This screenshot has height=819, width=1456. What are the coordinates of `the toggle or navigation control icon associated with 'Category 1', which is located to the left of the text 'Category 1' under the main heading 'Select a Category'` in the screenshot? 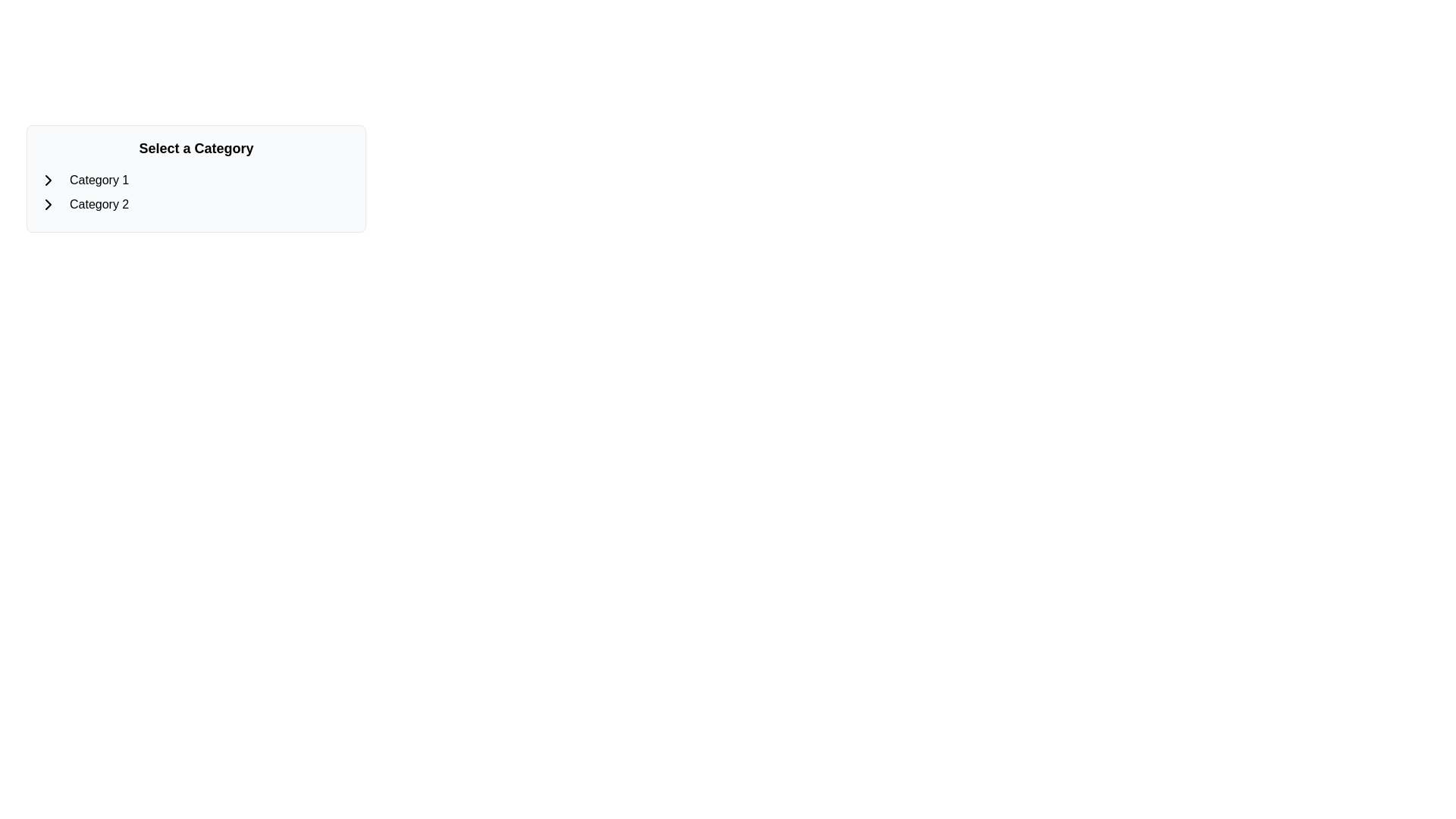 It's located at (48, 180).